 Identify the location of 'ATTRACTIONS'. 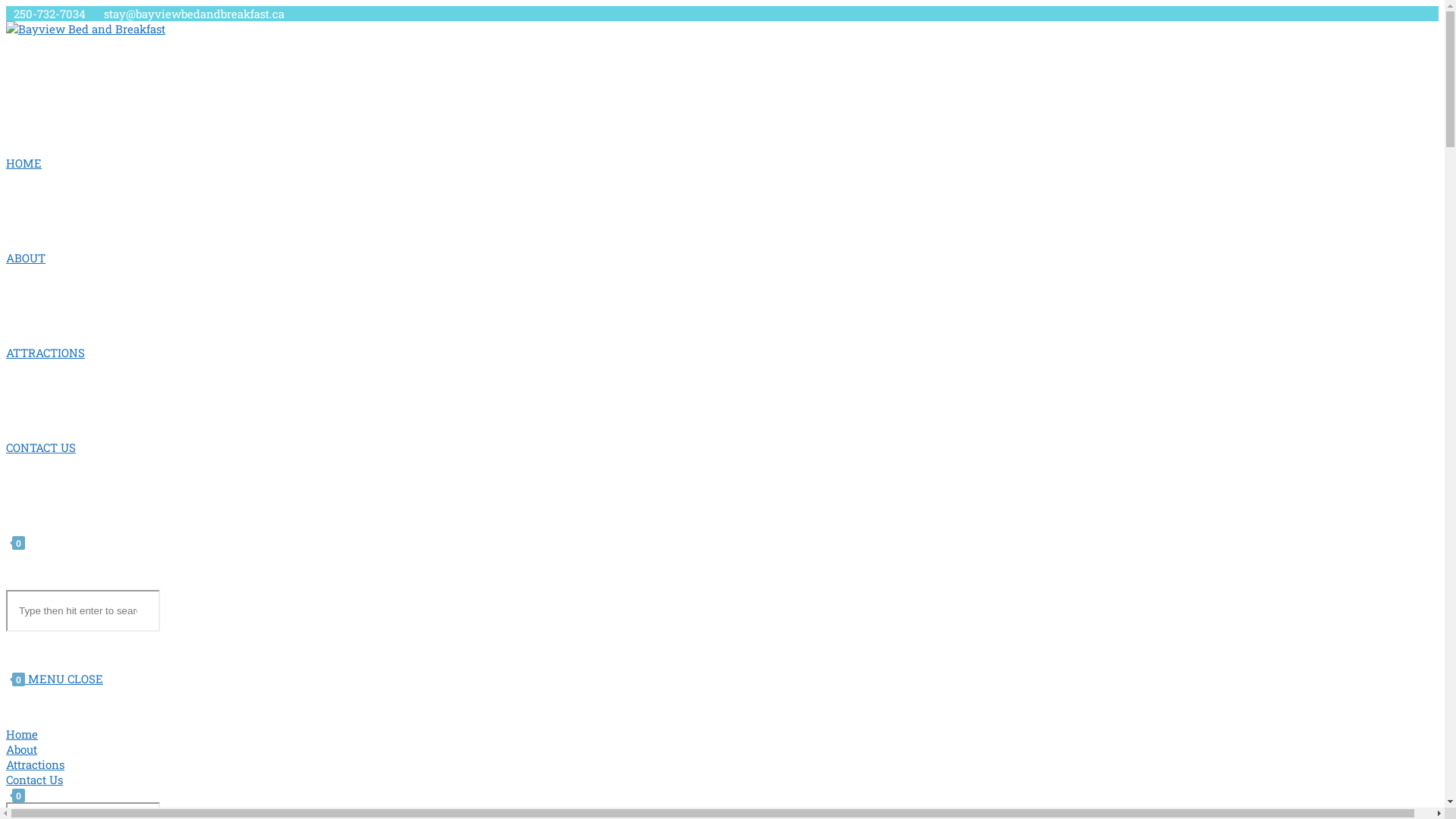
(6, 353).